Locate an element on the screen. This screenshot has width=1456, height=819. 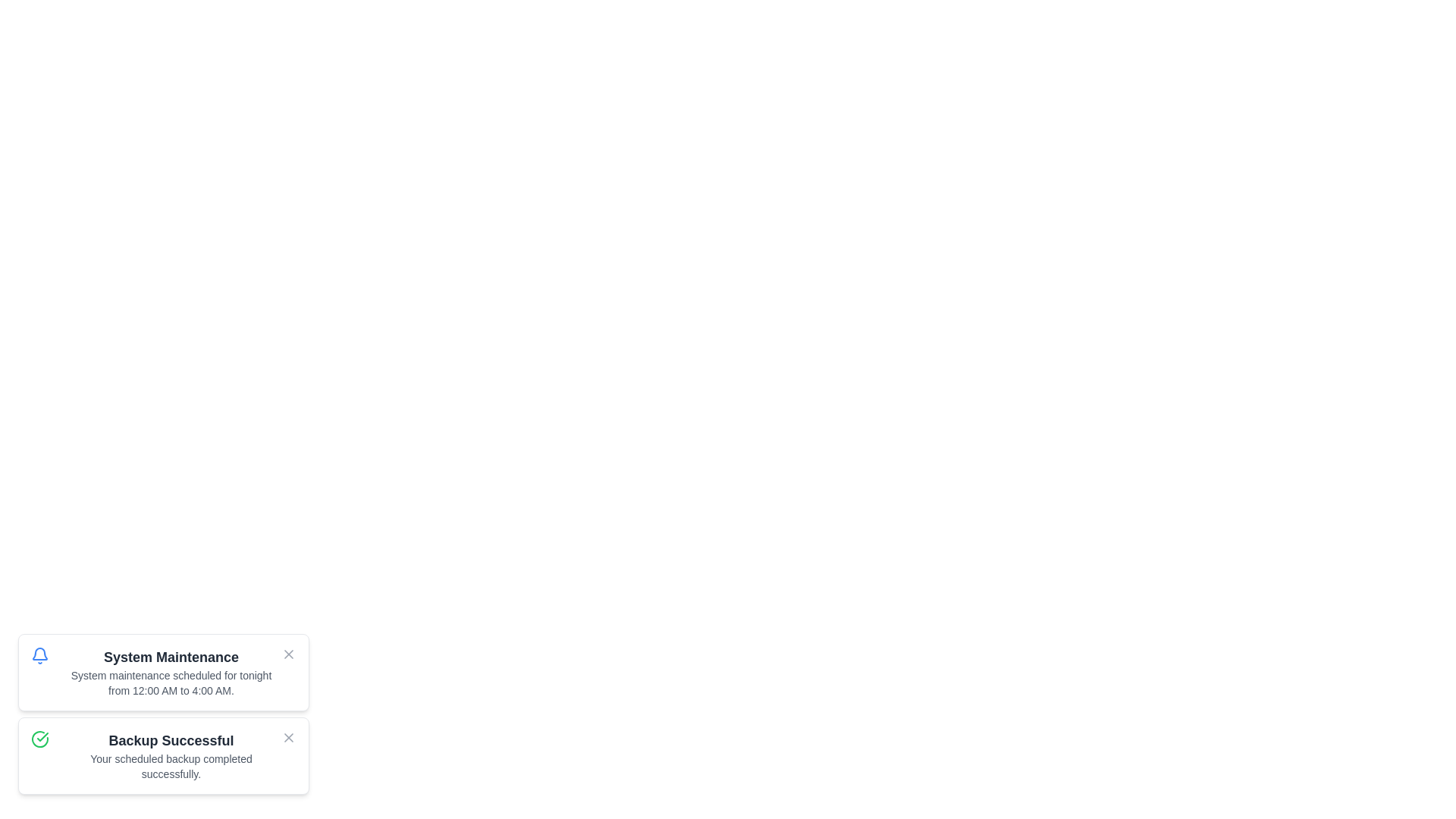
the text string reading 'Your scheduled backup completed successfully.' which is located below the header 'Backup Successful' in the notification card is located at coordinates (171, 766).